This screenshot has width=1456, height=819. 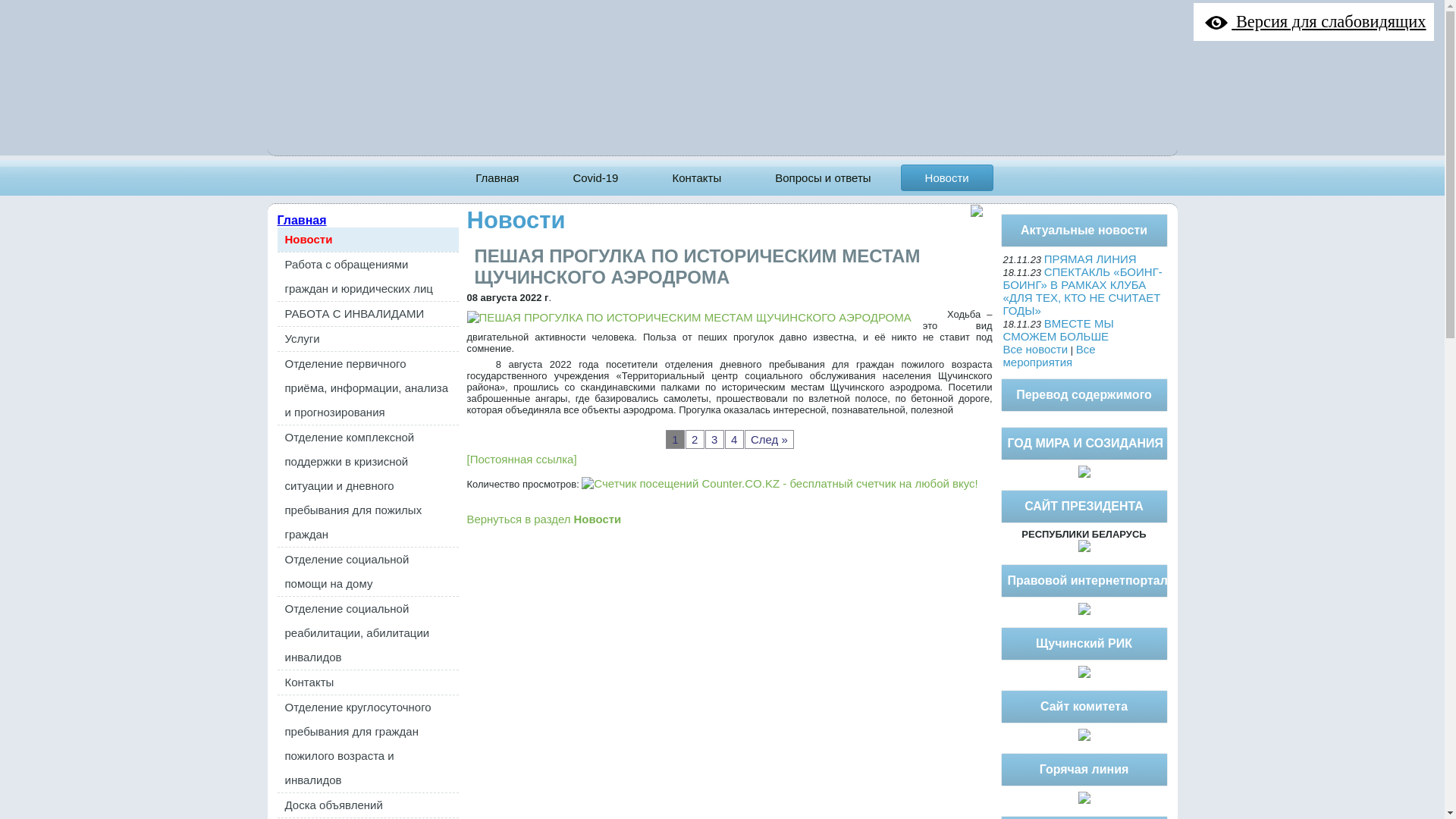 I want to click on '4', so click(x=734, y=439).